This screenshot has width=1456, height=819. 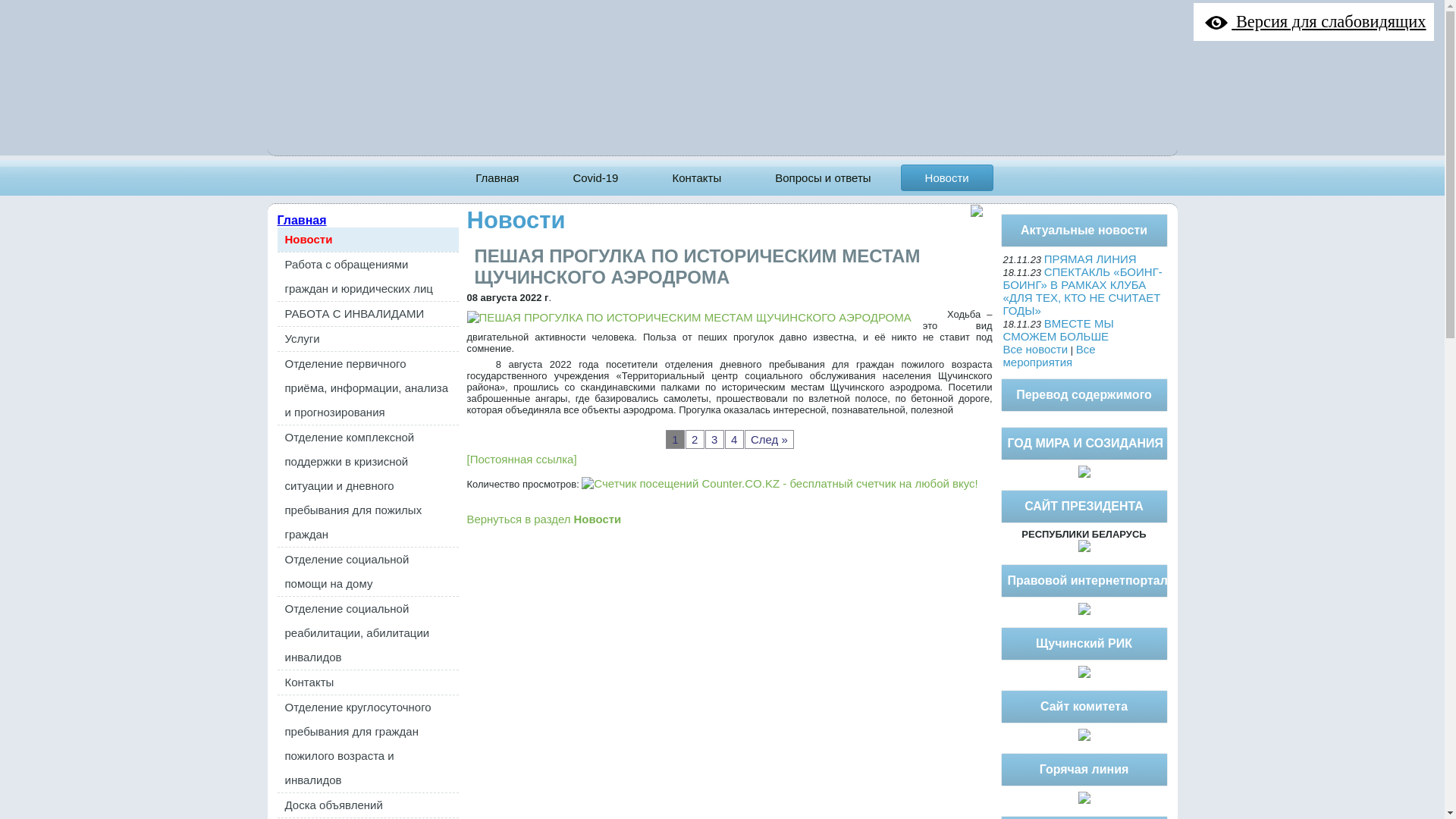 I want to click on '4', so click(x=734, y=439).